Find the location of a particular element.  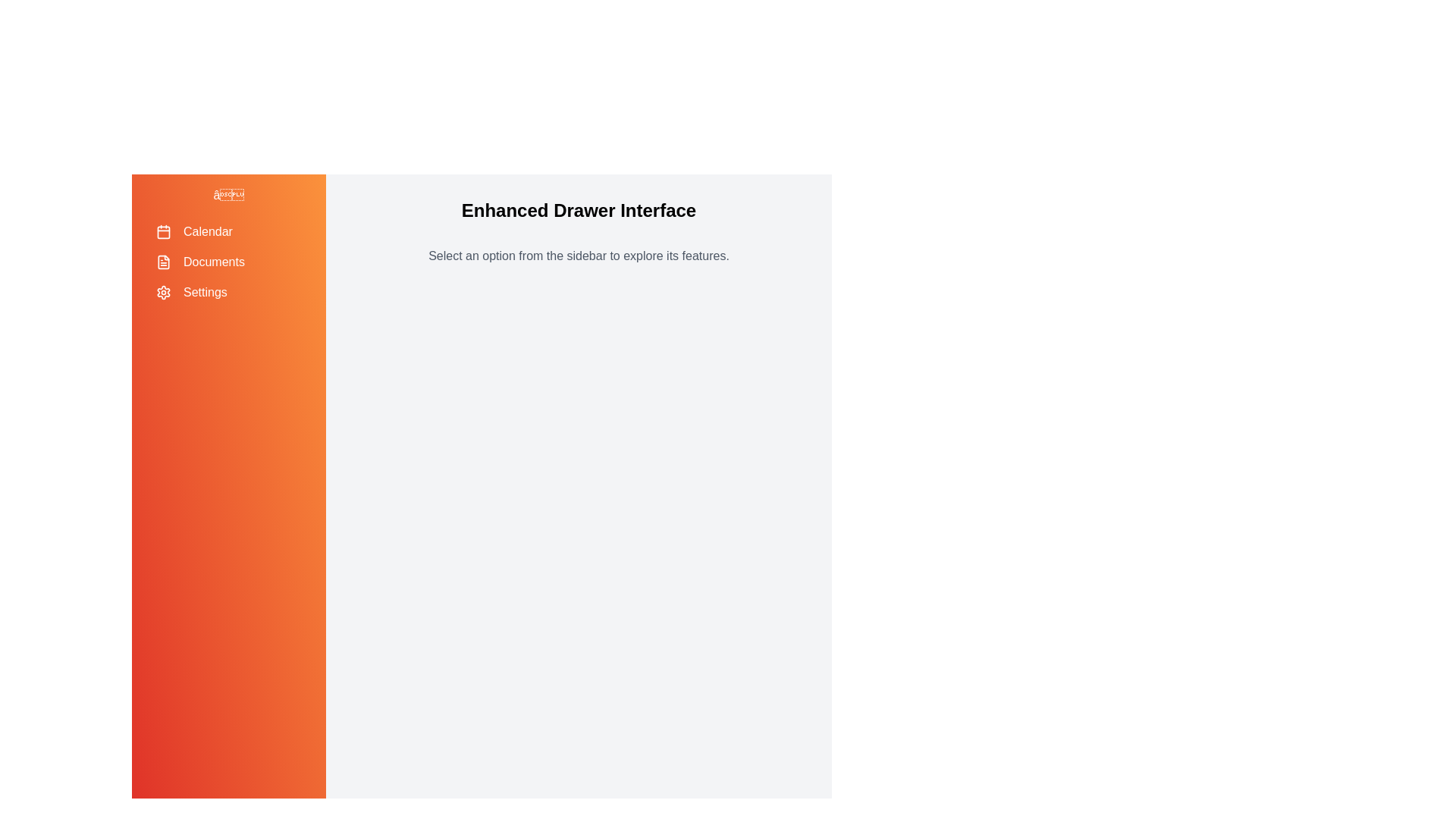

toggle button to open or close the drawer is located at coordinates (228, 195).